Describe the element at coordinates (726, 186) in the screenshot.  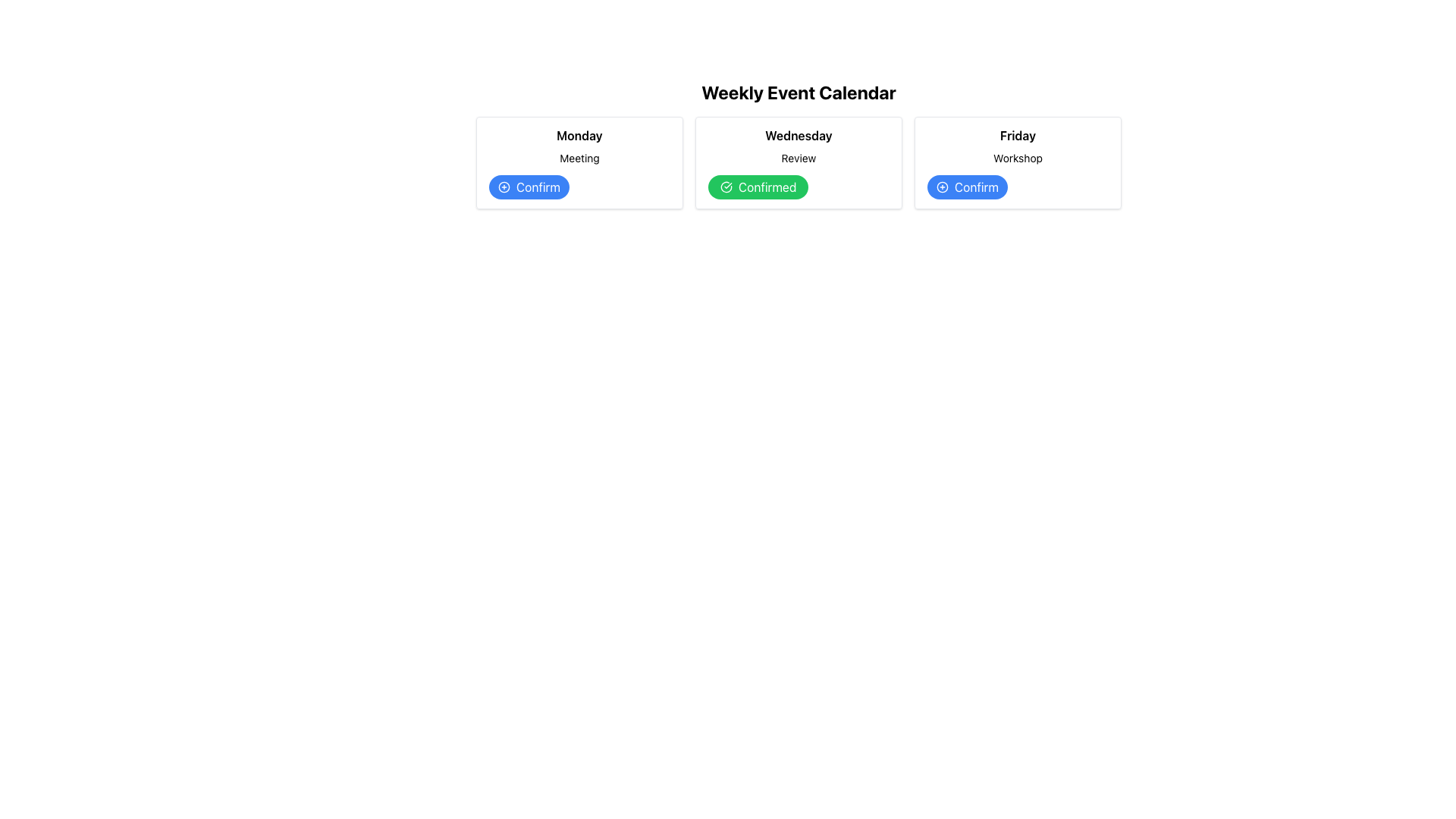
I see `the green check mark icon inside the circular outline on the 'Confirmed' button located in the 'Wednesday' column for visual confirmation` at that location.